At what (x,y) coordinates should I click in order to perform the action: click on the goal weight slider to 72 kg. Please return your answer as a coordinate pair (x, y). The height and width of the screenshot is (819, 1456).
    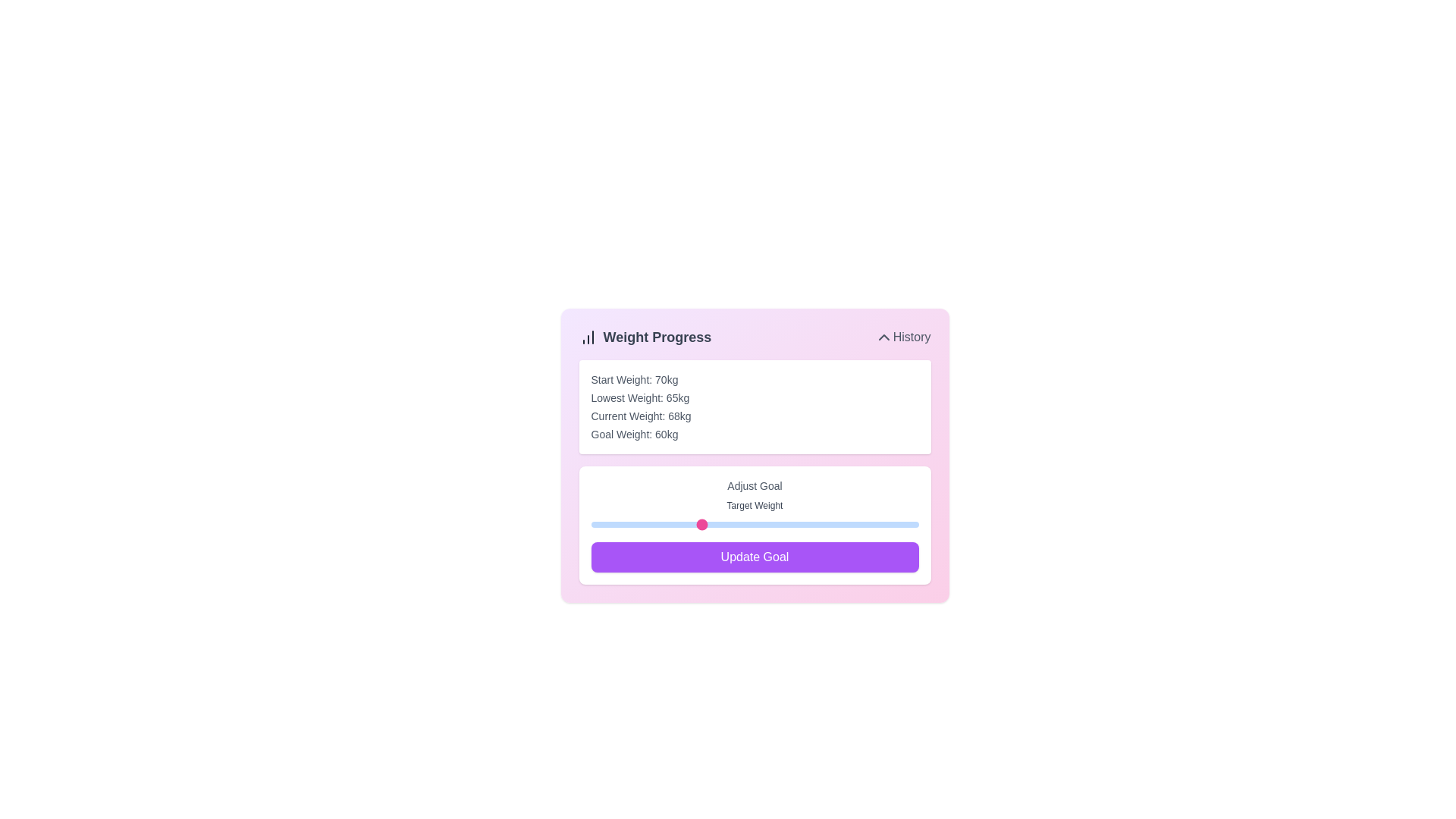
    Looking at the image, I should click on (830, 523).